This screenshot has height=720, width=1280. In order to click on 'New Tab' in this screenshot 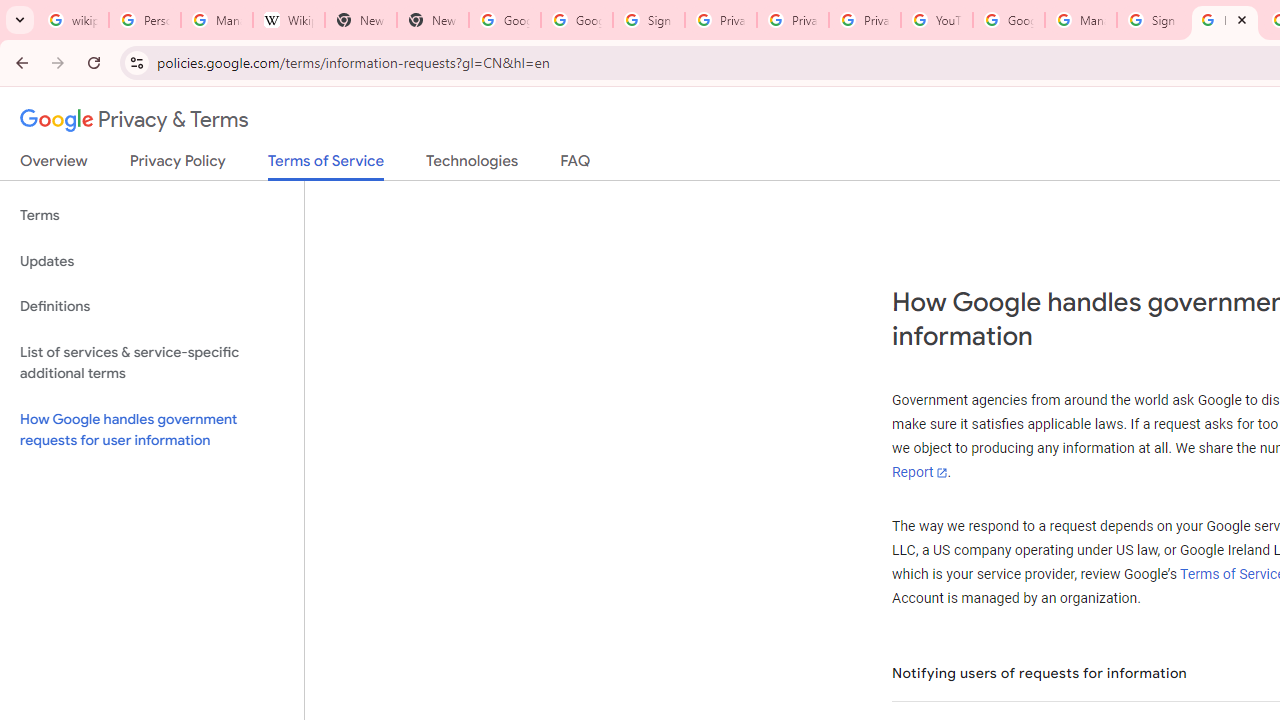, I will do `click(431, 20)`.